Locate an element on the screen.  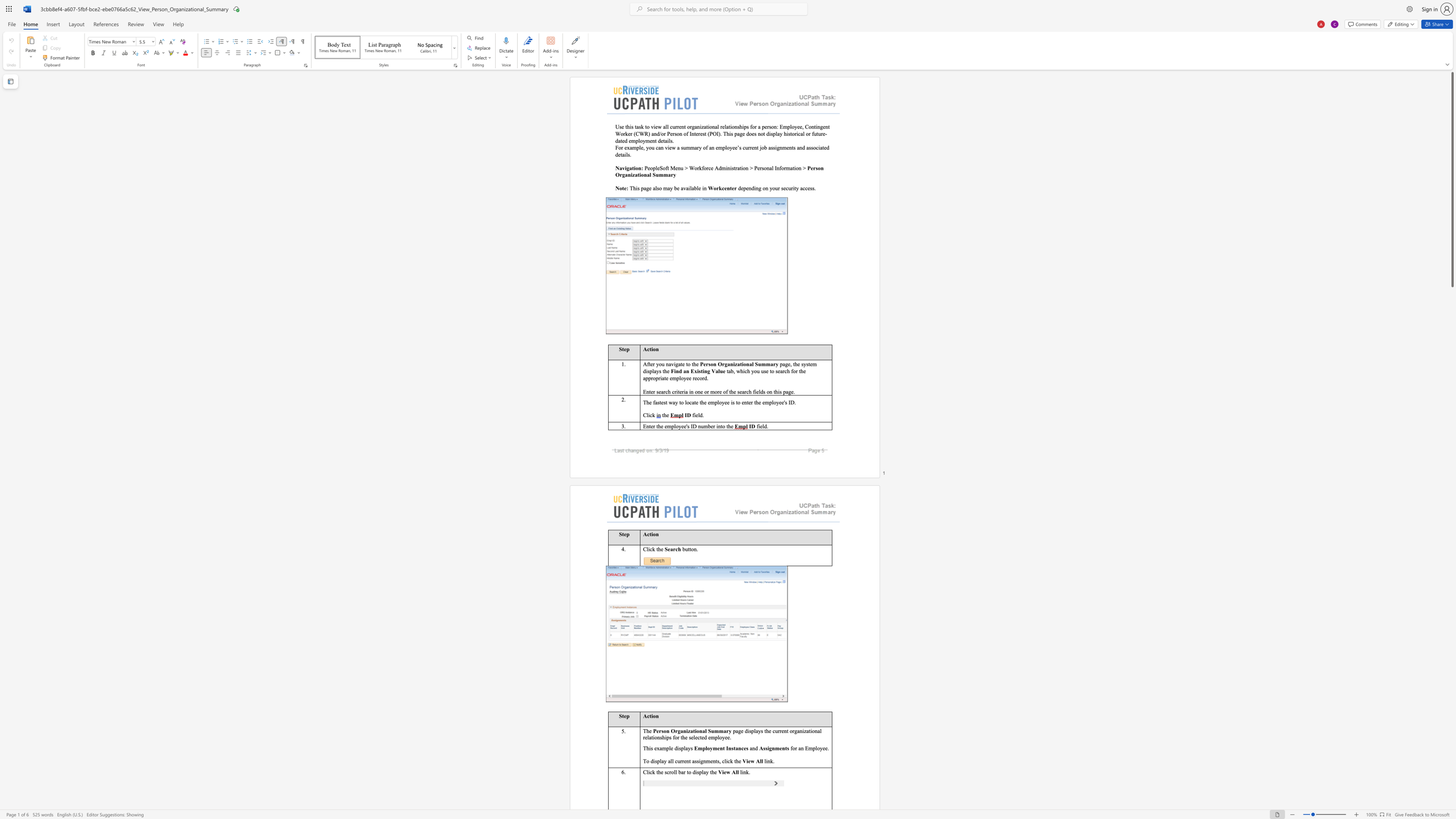
the subset text "es" within the text "The fastest way to" is located at coordinates (660, 402).